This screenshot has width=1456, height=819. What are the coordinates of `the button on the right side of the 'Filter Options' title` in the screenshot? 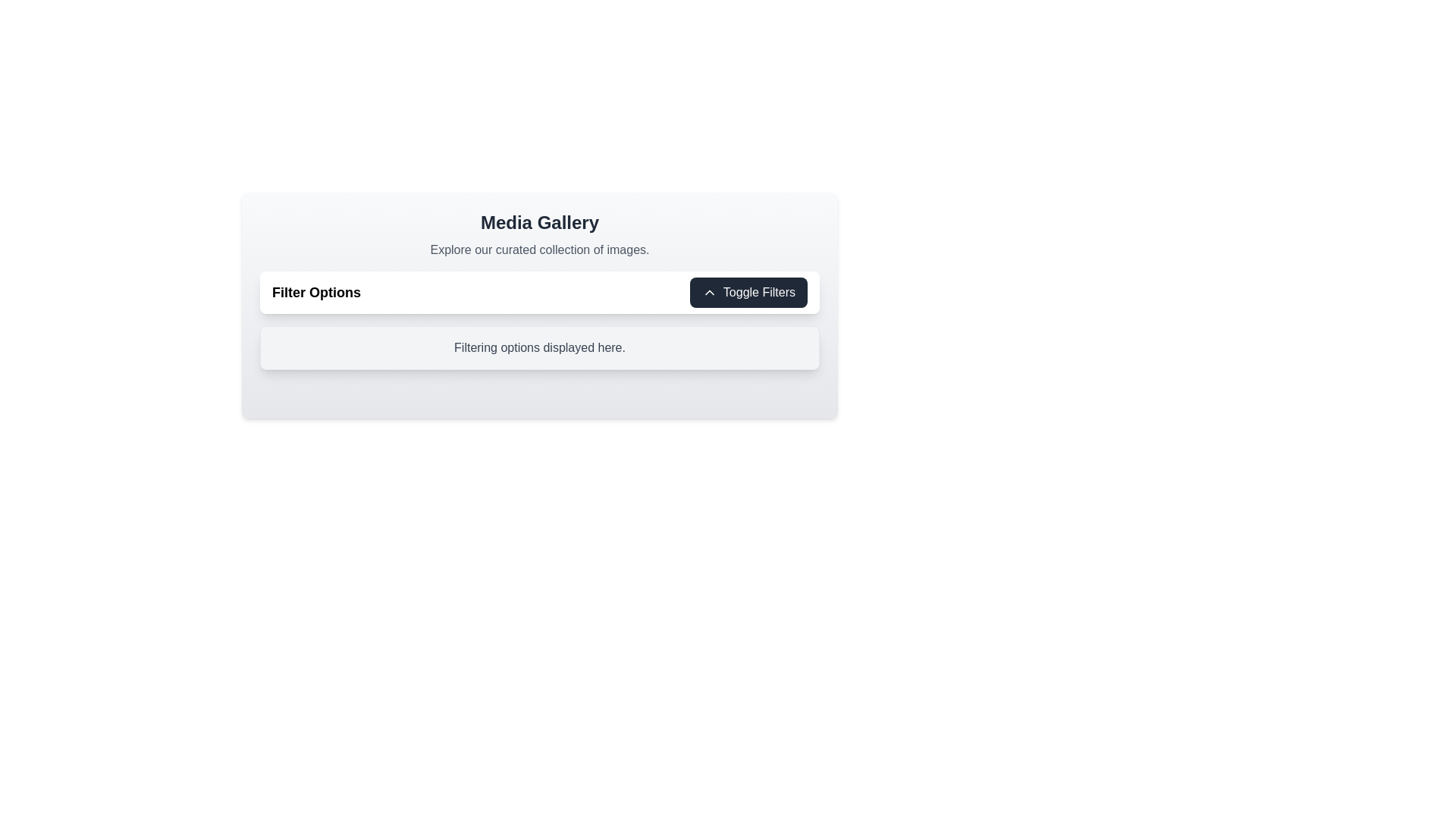 It's located at (748, 292).